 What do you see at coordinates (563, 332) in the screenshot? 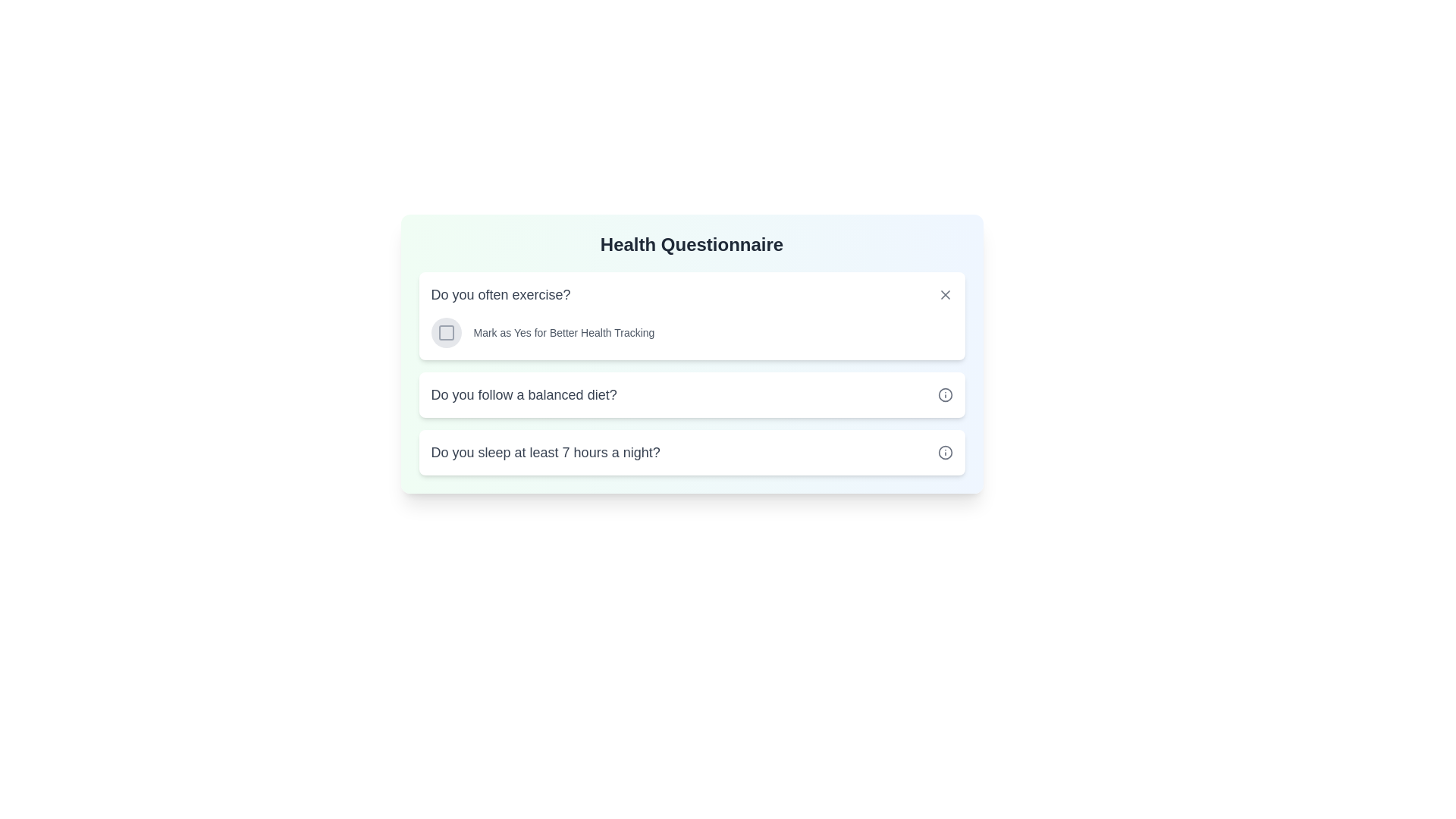
I see `the explanatory text label located within the first list item of the 'Health Questionnaire' section, which is positioned to the right of the checkbox icon beneath the prompt 'Do you often exercise?'` at bounding box center [563, 332].